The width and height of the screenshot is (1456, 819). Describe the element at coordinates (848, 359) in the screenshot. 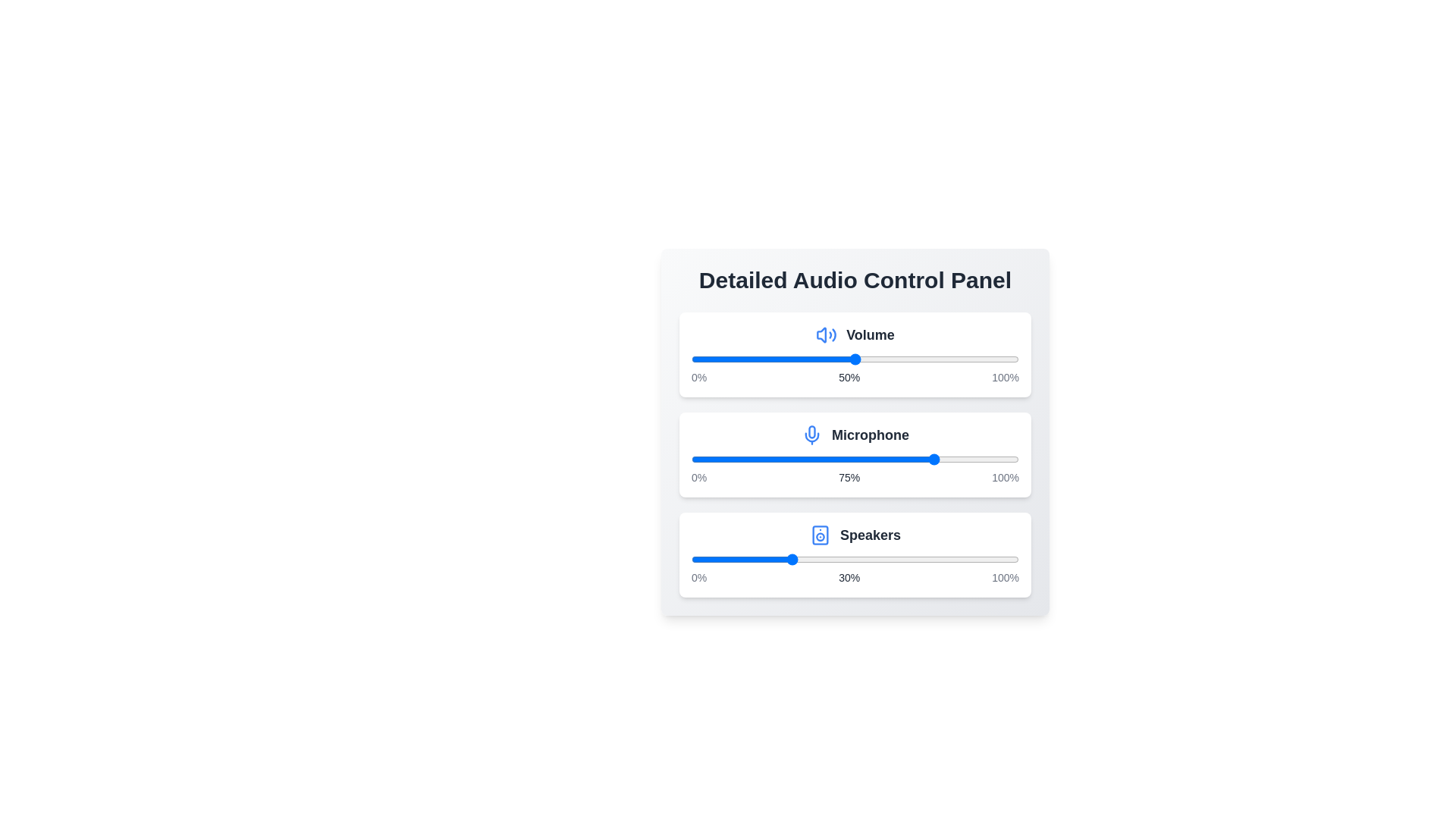

I see `the volume slider to 48%` at that location.